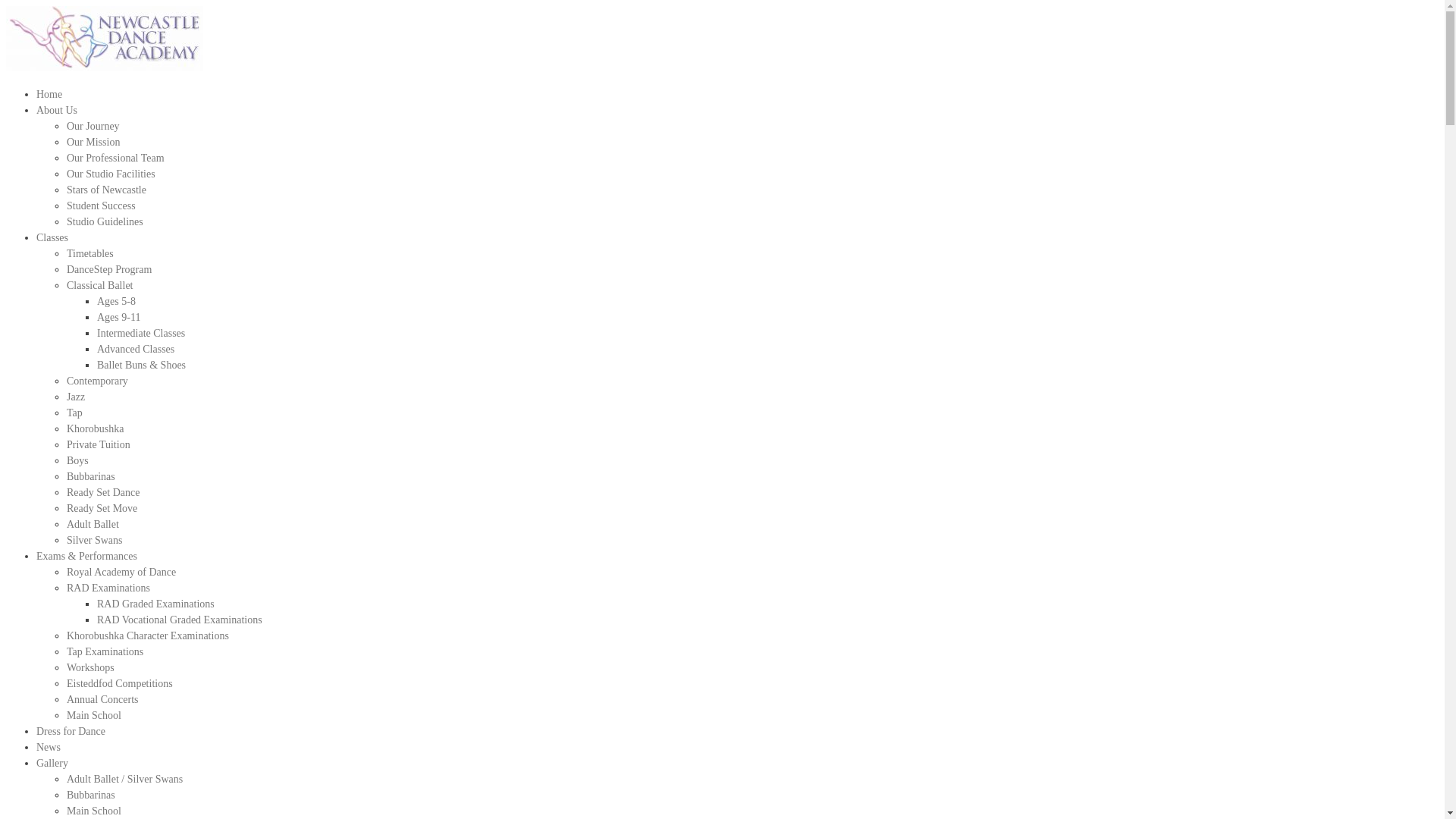  Describe the element at coordinates (52, 237) in the screenshot. I see `'Classes'` at that location.